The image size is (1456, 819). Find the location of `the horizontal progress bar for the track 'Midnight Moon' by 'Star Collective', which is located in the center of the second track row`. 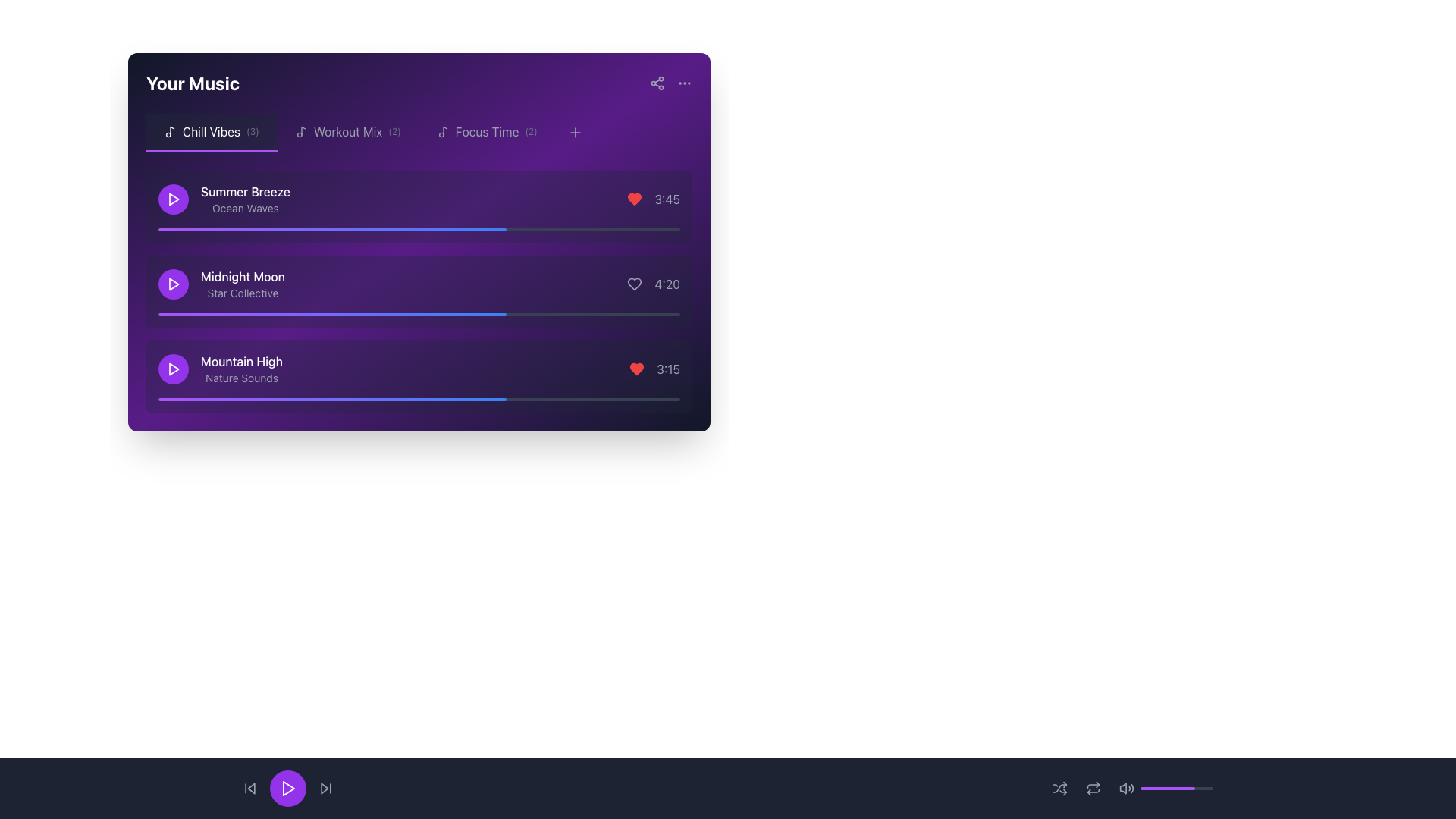

the horizontal progress bar for the track 'Midnight Moon' by 'Star Collective', which is located in the center of the second track row is located at coordinates (419, 241).